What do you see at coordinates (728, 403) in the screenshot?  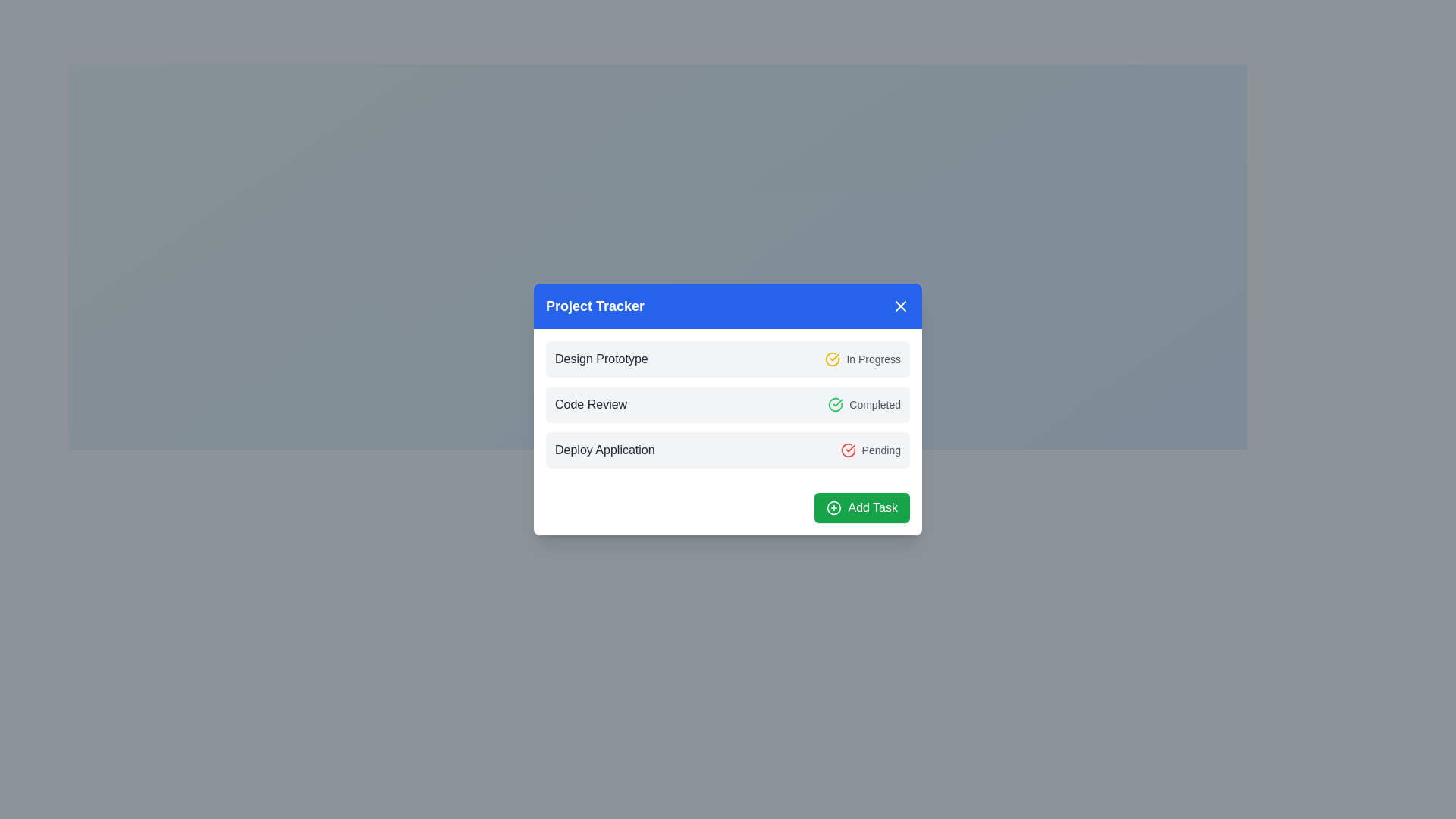 I see `the 'Code Review' task status card in the Project Tracker, which indicates its current status as 'Completed'` at bounding box center [728, 403].